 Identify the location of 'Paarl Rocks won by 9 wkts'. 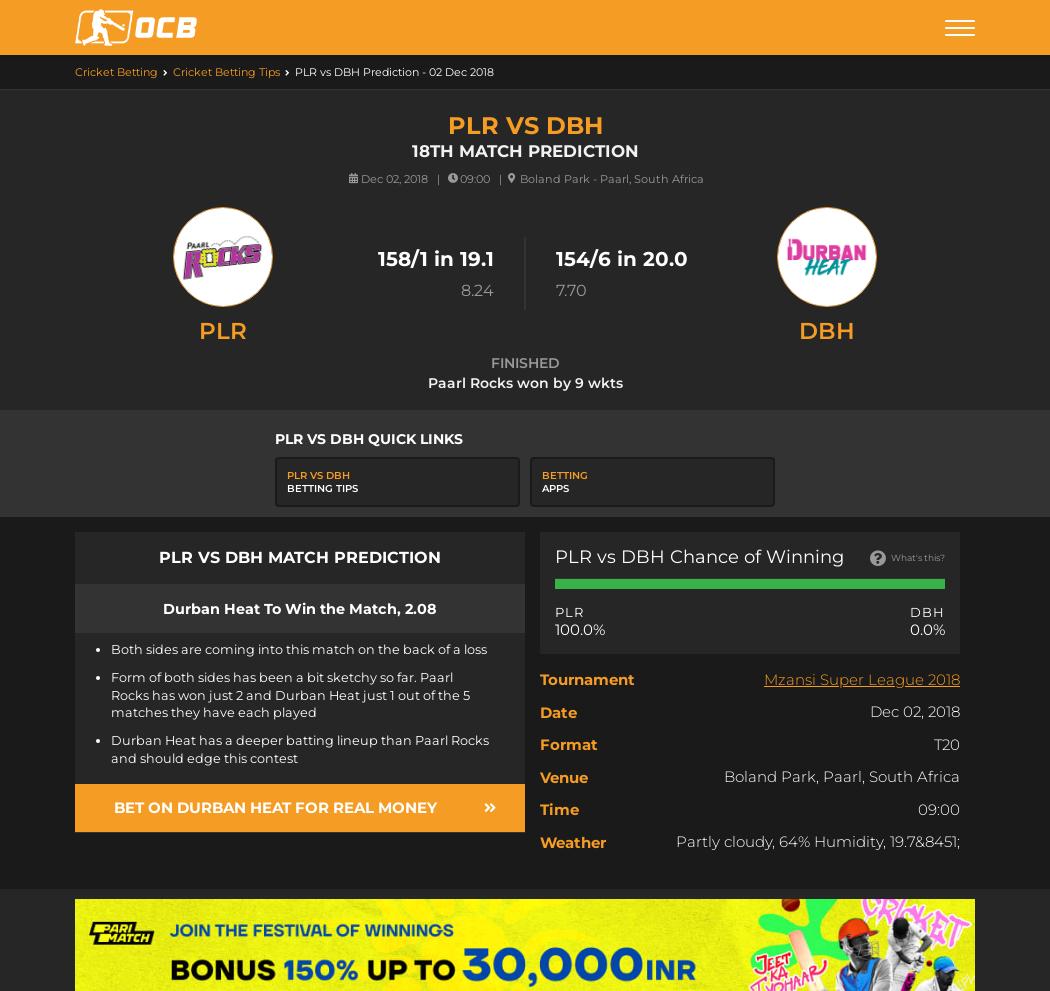
(523, 382).